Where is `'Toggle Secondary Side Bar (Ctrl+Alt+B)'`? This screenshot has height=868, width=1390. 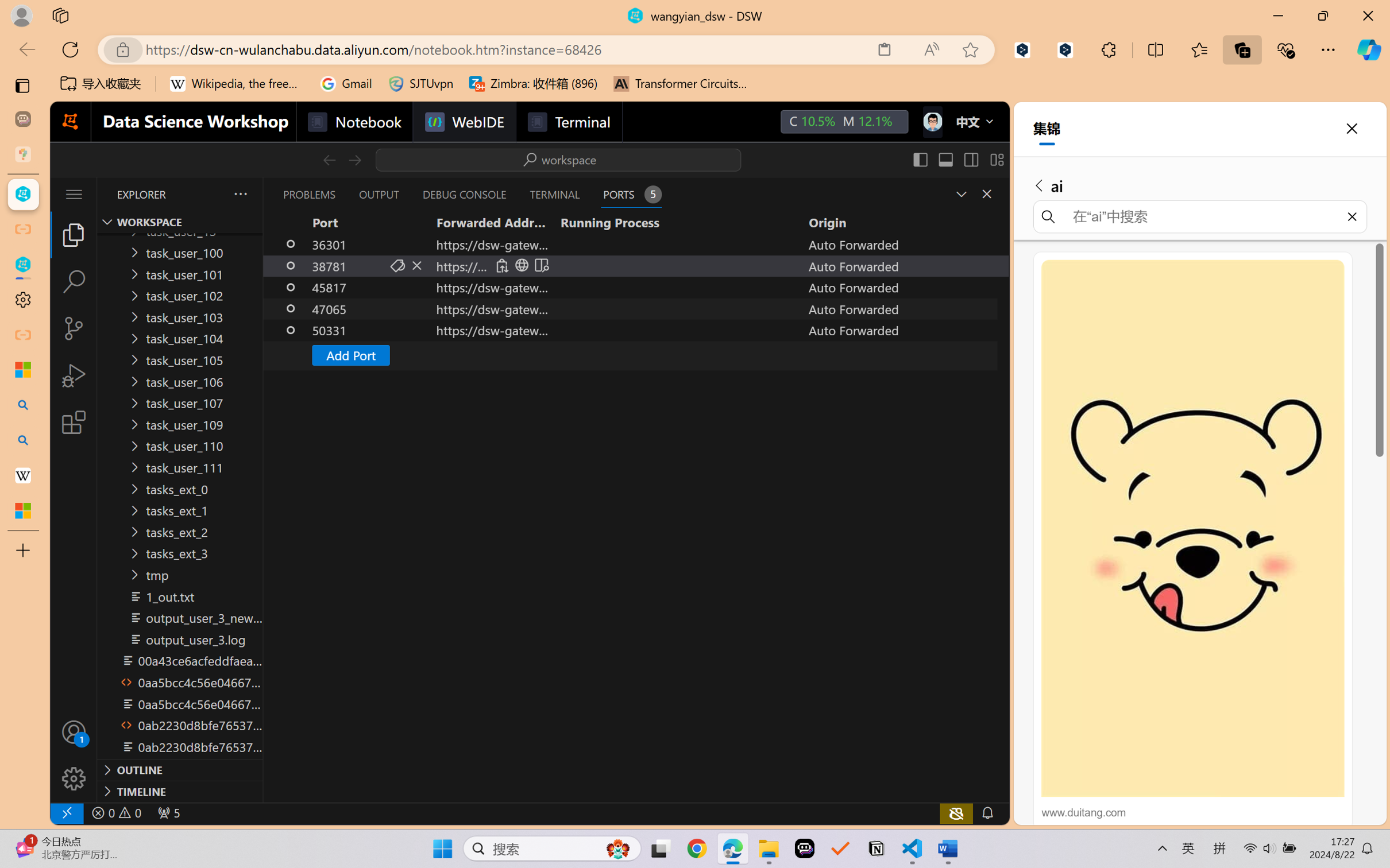 'Toggle Secondary Side Bar (Ctrl+Alt+B)' is located at coordinates (969, 159).